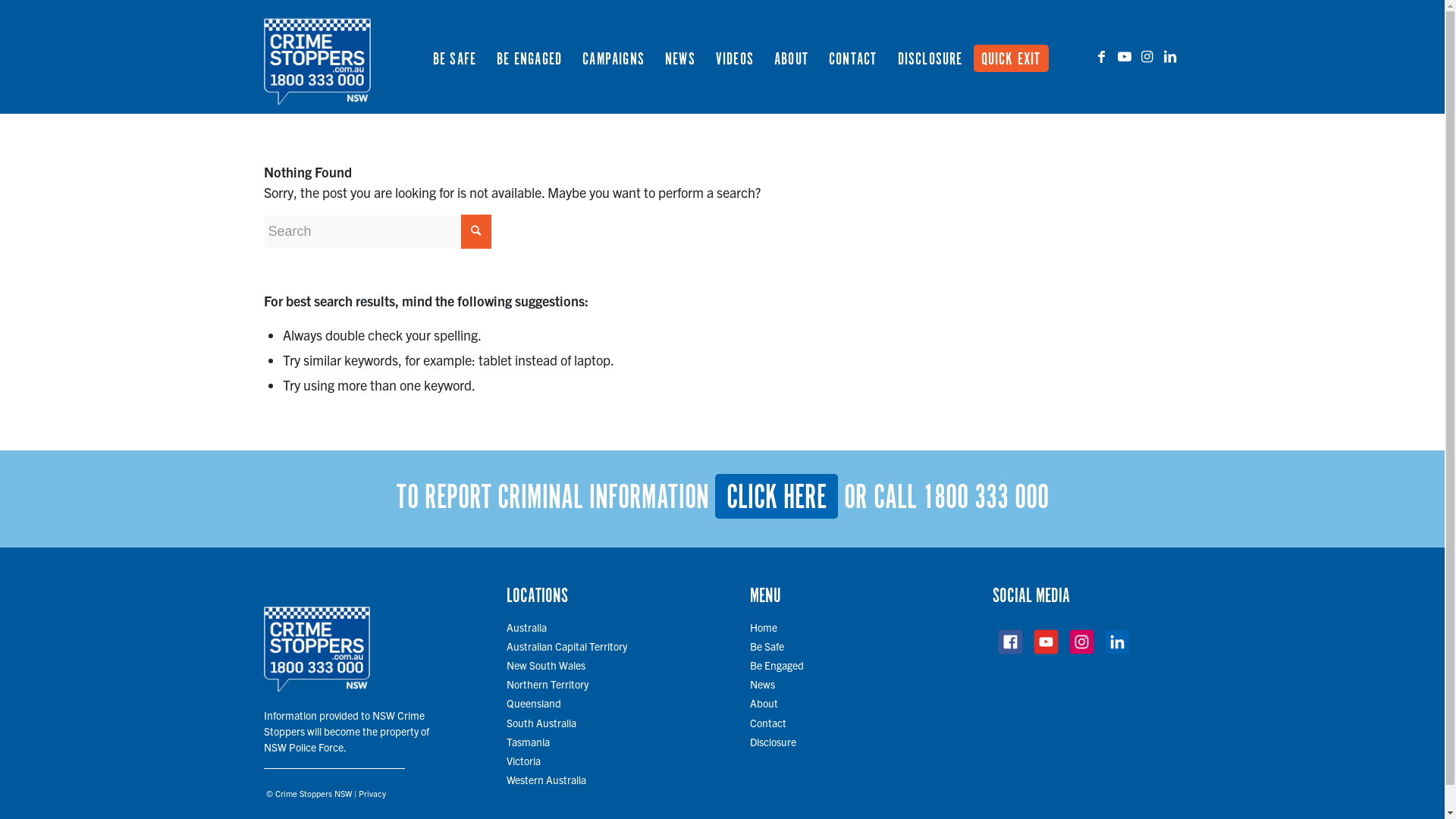 This screenshot has width=1456, height=819. Describe the element at coordinates (506, 721) in the screenshot. I see `'South Australia'` at that location.